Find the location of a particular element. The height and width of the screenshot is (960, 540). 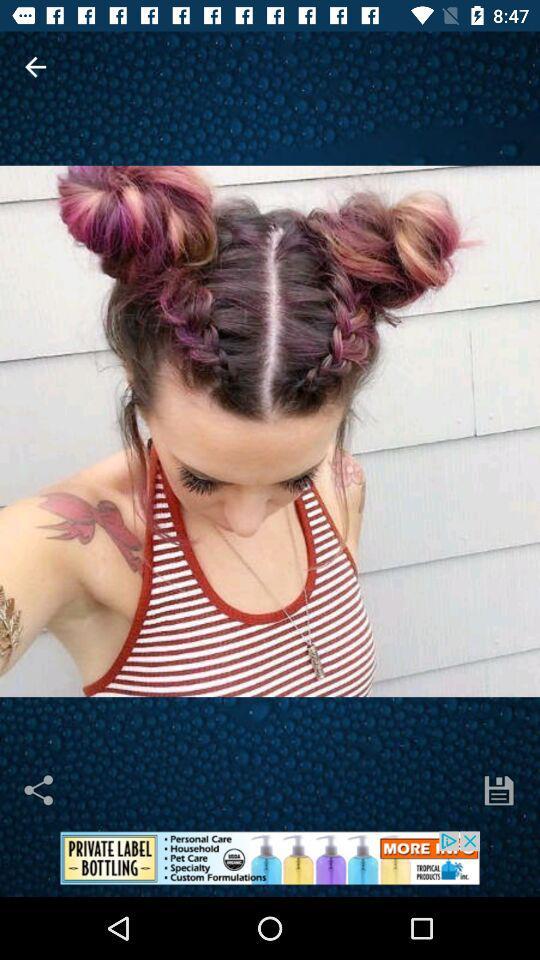

advertisement is located at coordinates (270, 863).